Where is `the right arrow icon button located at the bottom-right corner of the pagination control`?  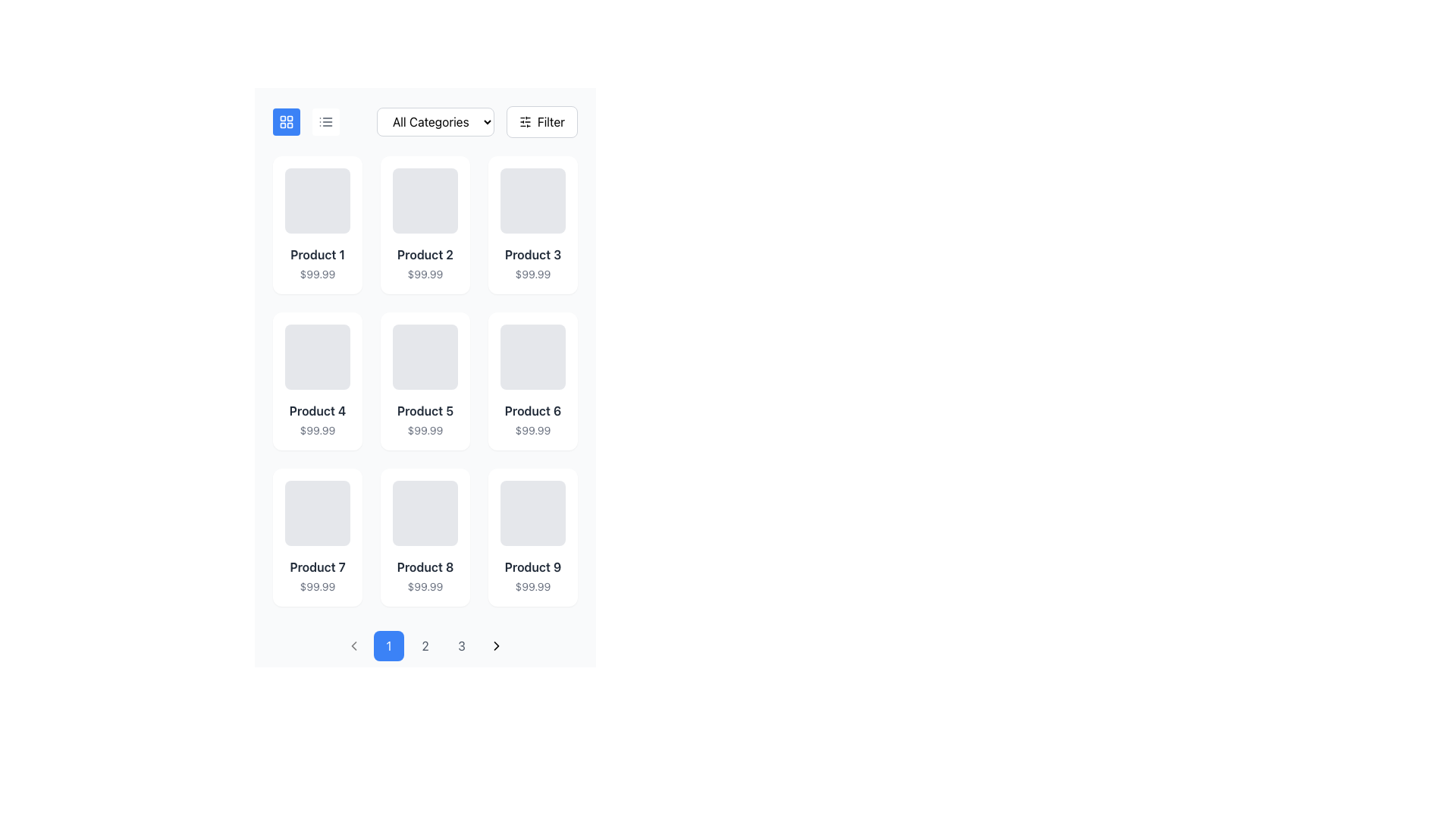
the right arrow icon button located at the bottom-right corner of the pagination control is located at coordinates (496, 646).